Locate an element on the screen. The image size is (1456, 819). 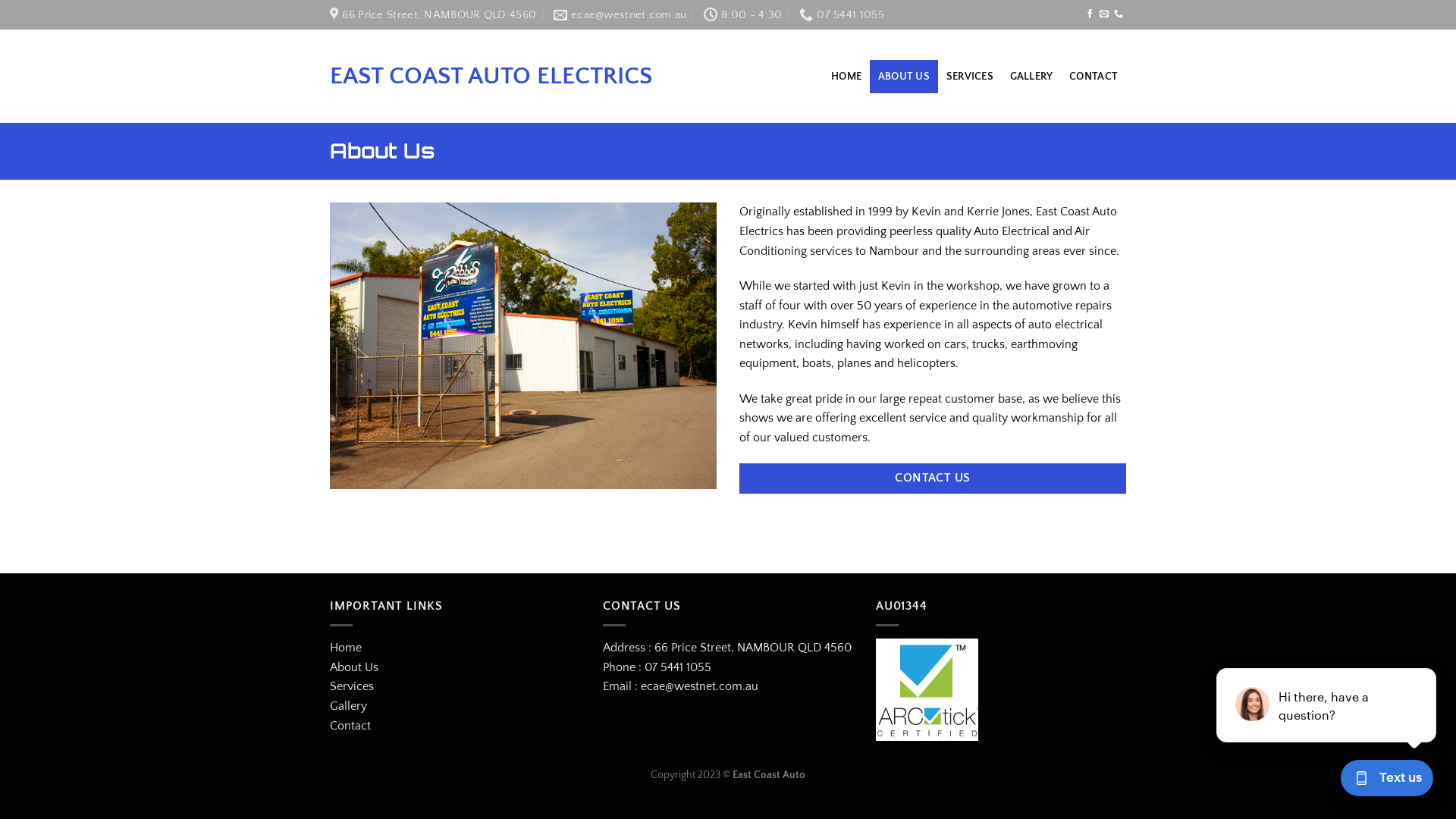
'Services' is located at coordinates (351, 687).